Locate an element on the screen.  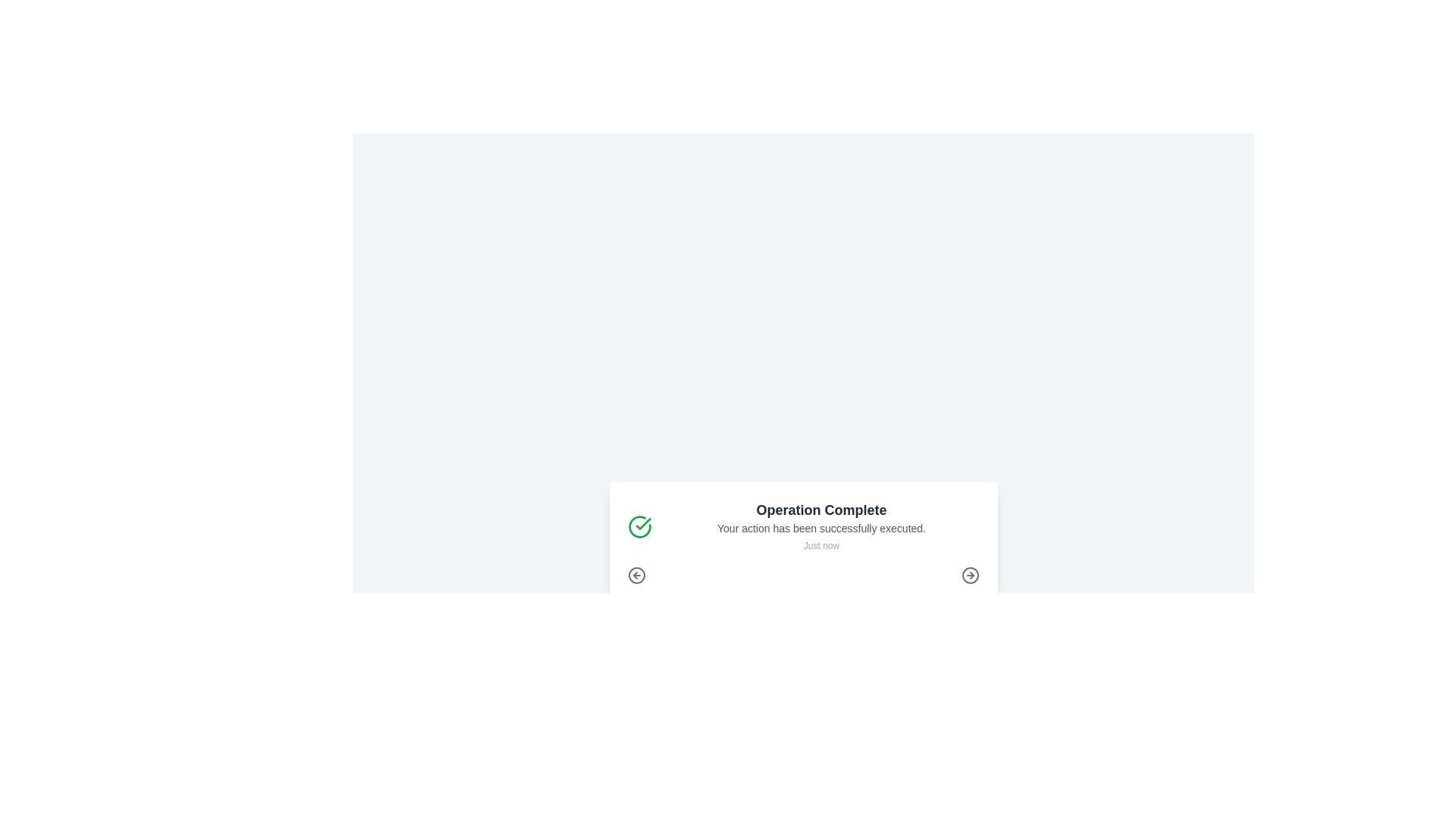
the prominently styled bold text reading 'Operation Complete' located at the bottom center of the notification panel is located at coordinates (821, 510).